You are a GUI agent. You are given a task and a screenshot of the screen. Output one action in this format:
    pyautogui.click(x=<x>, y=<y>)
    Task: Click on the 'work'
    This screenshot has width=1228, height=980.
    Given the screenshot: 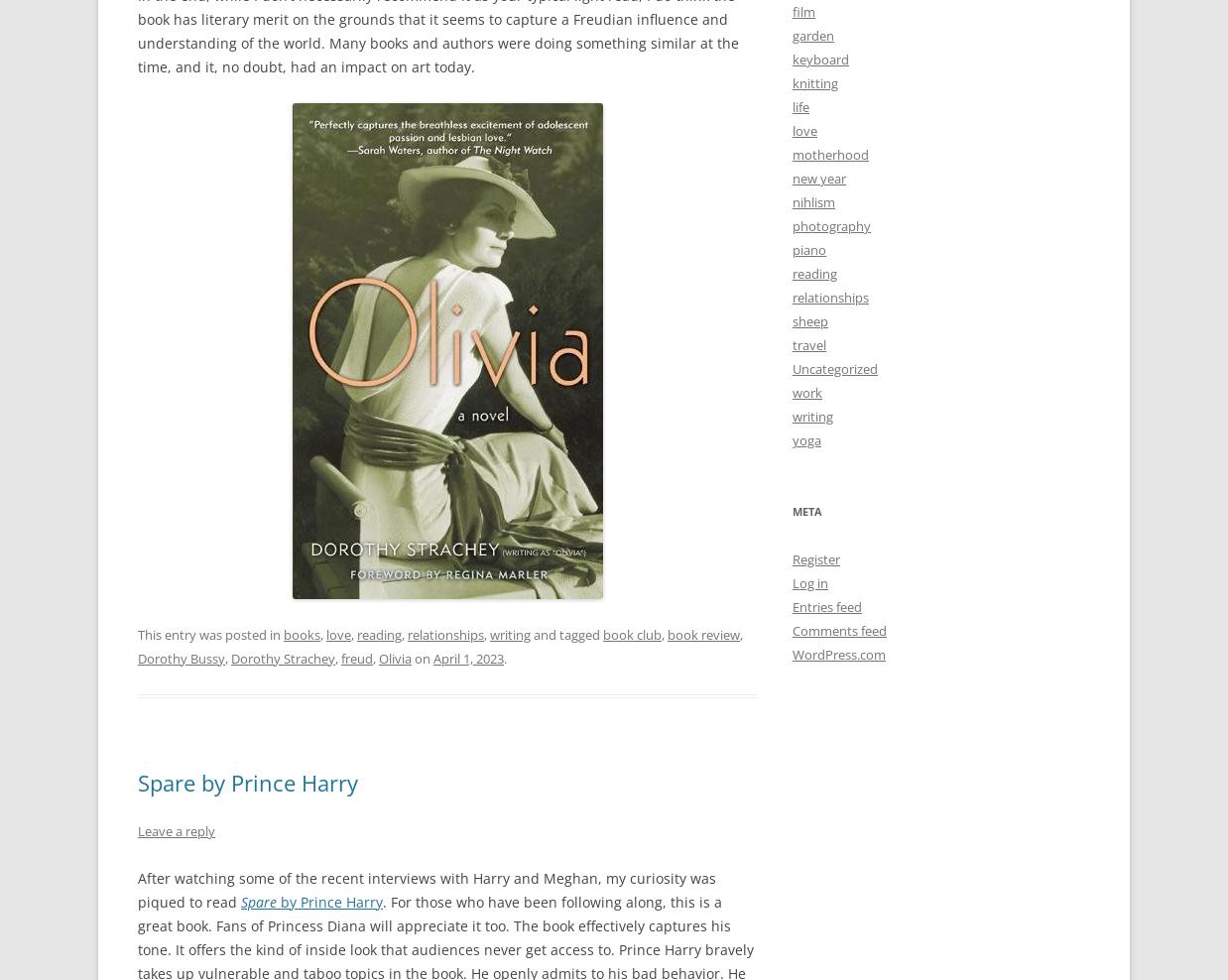 What is the action you would take?
    pyautogui.click(x=793, y=391)
    